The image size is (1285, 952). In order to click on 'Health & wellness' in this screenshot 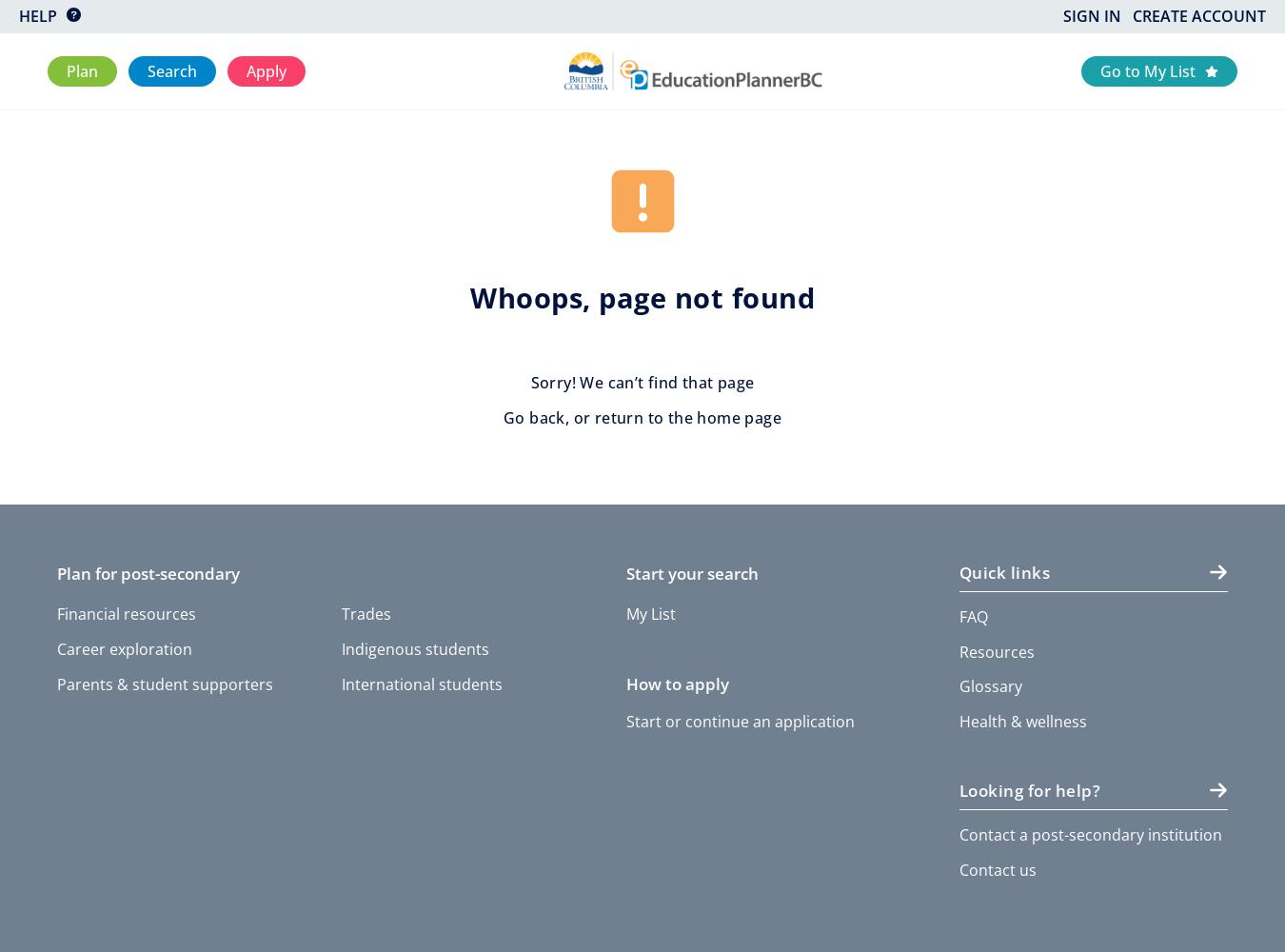, I will do `click(1022, 722)`.